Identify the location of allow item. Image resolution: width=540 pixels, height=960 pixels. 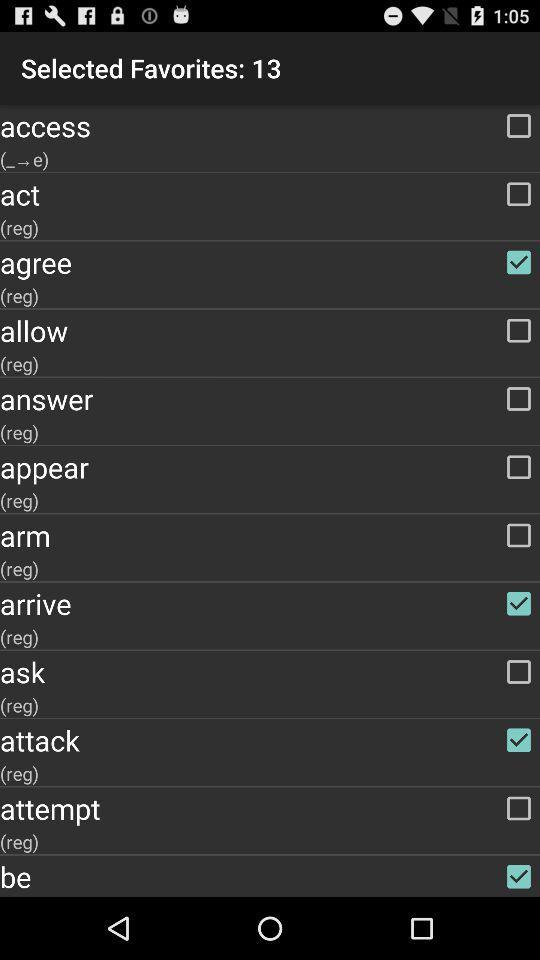
(270, 330).